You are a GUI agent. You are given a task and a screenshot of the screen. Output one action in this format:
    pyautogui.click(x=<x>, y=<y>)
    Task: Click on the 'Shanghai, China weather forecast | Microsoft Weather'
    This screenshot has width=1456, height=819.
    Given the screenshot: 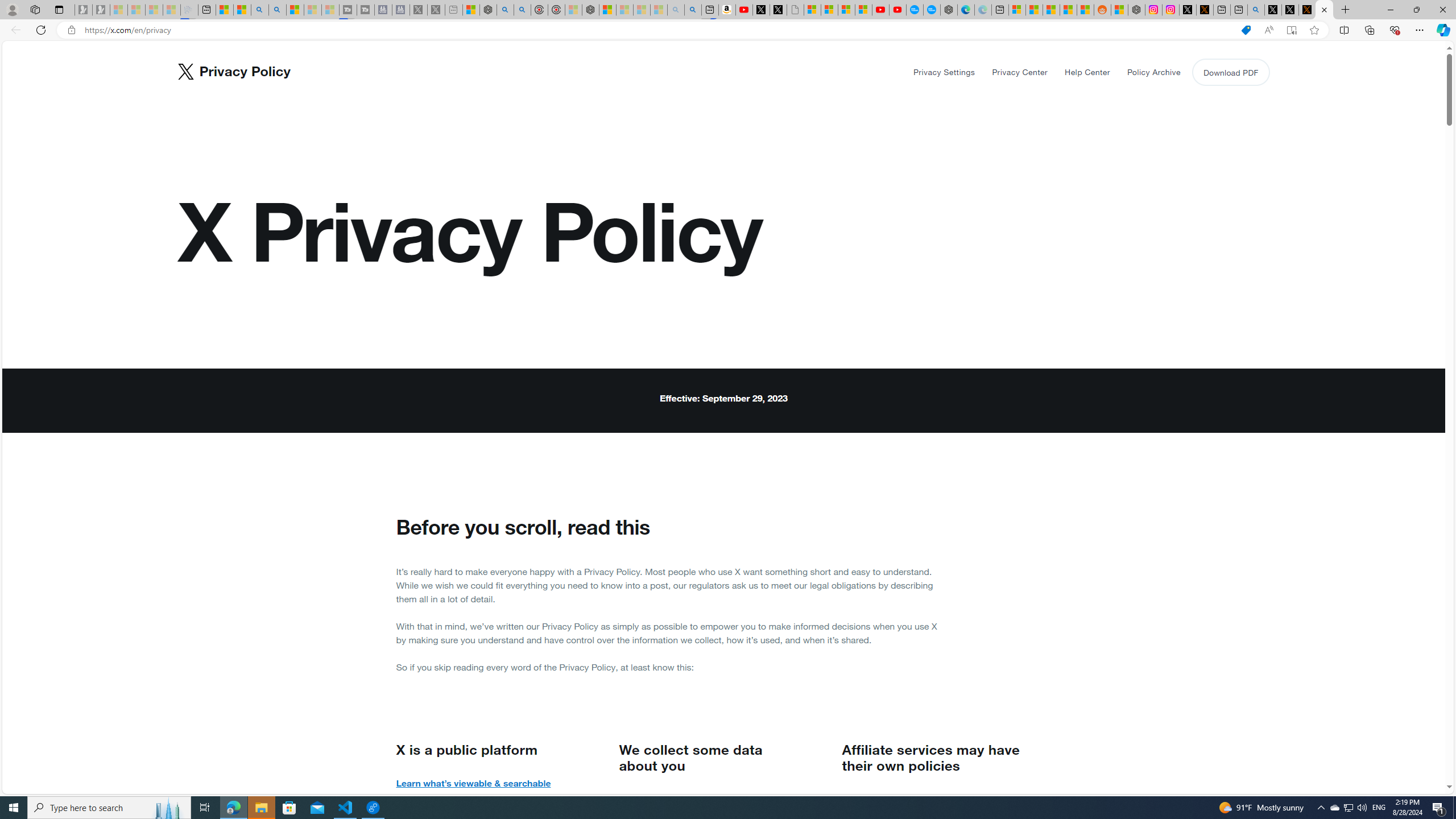 What is the action you would take?
    pyautogui.click(x=1034, y=9)
    